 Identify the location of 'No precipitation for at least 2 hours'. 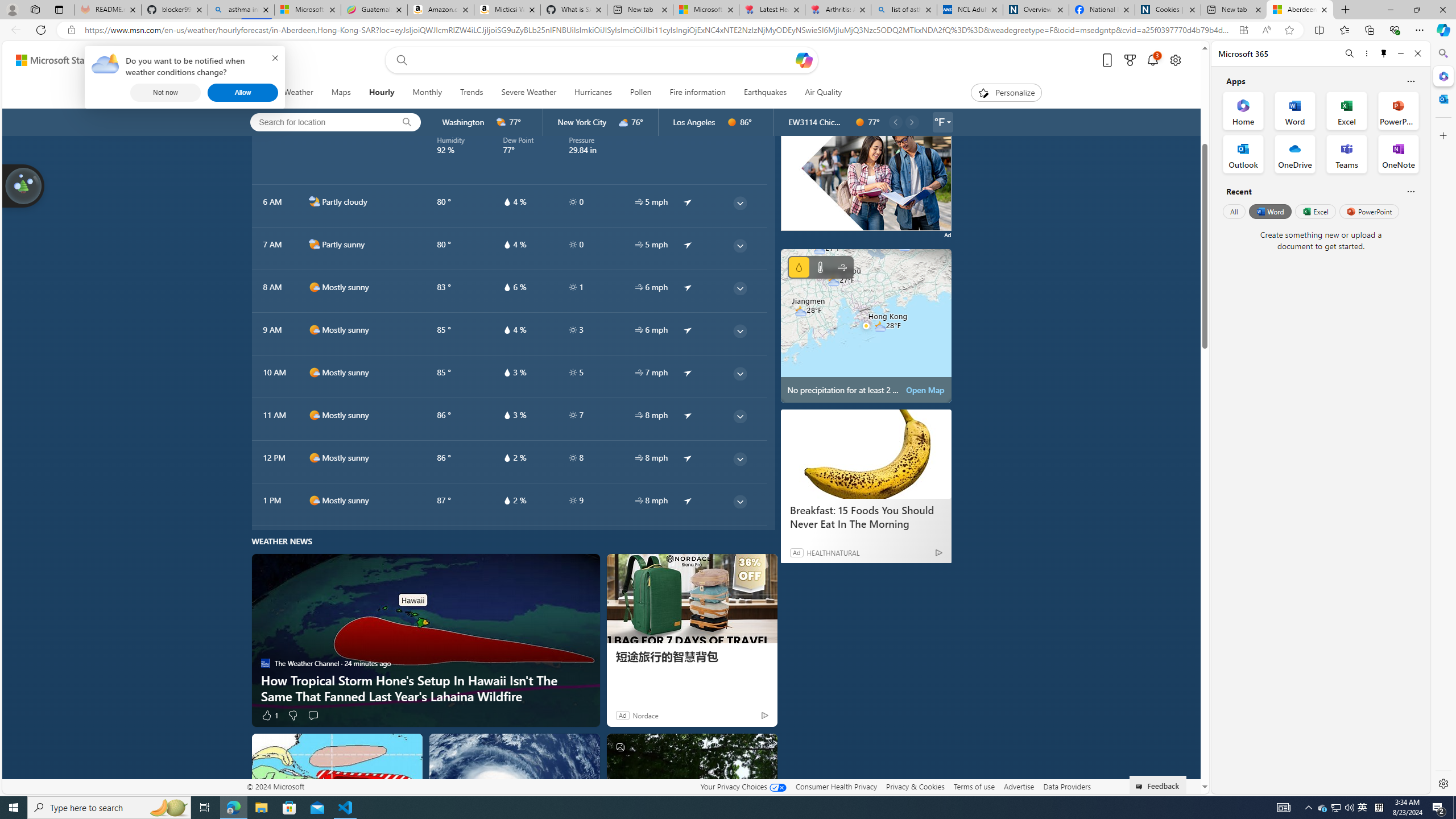
(866, 325).